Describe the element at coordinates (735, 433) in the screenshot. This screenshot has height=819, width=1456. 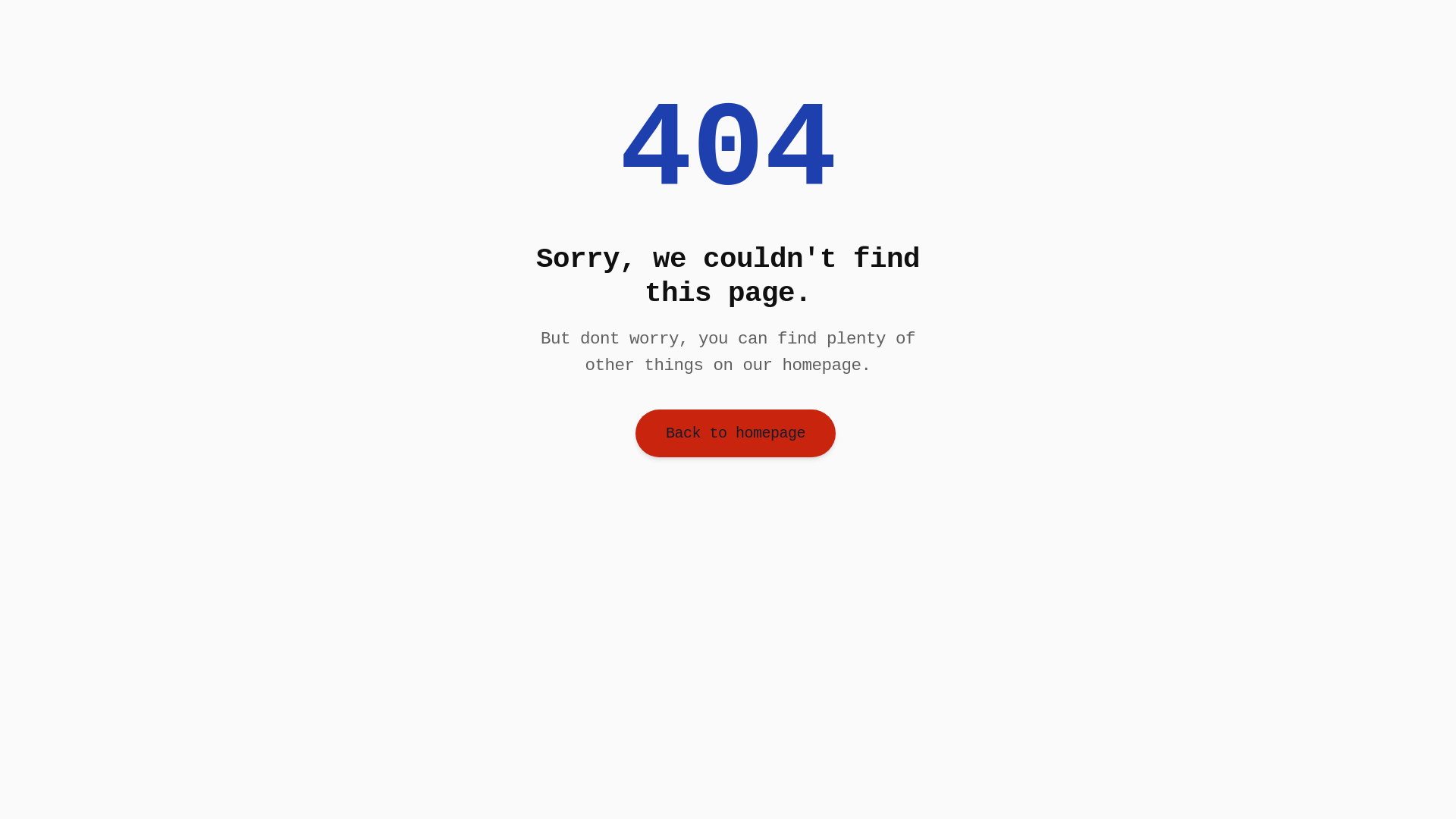
I see `'Back to homepage'` at that location.